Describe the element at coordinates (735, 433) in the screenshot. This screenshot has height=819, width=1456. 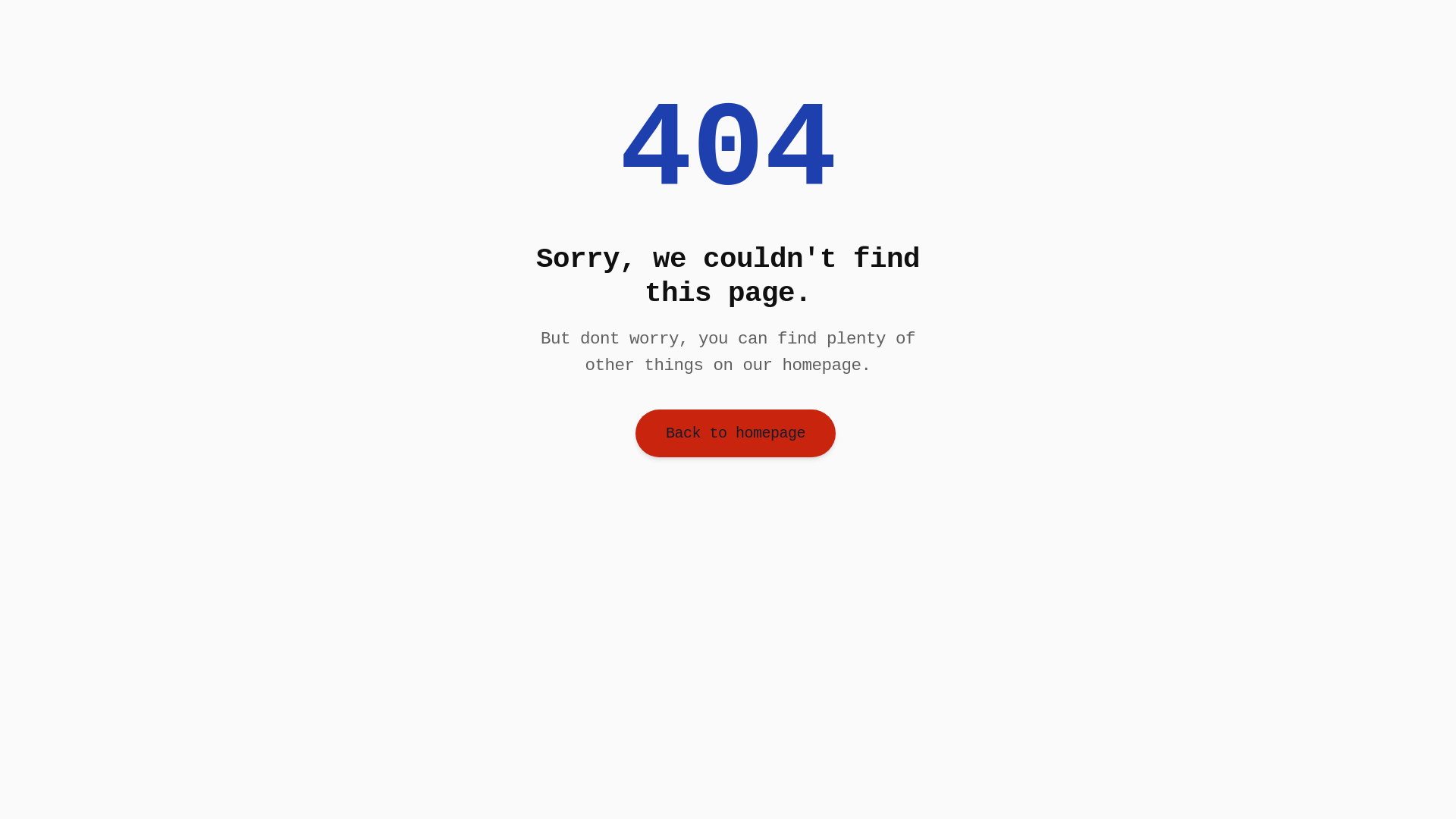
I see `'Back to homepage'` at that location.